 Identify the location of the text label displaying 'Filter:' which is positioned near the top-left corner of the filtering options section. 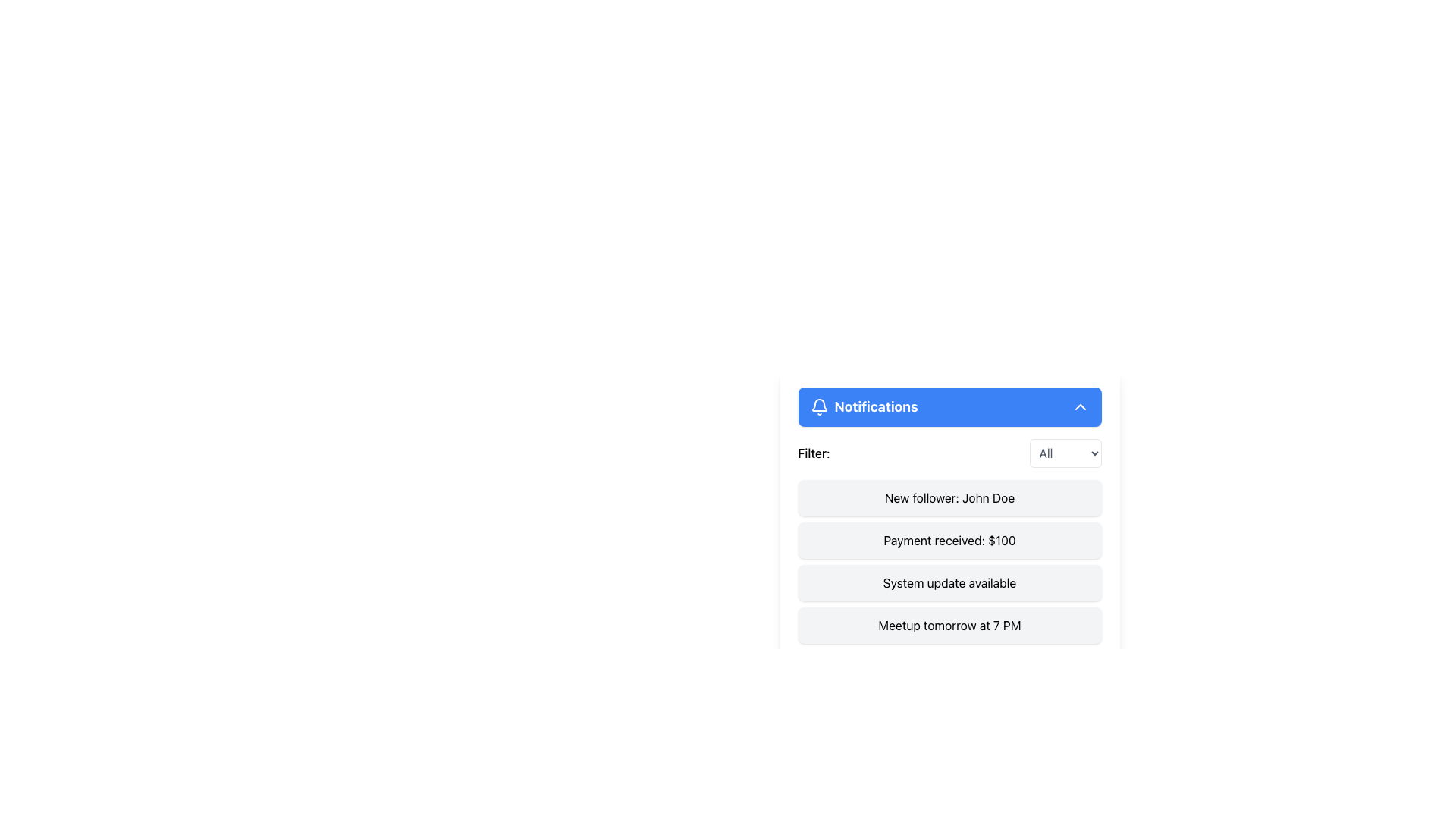
(813, 452).